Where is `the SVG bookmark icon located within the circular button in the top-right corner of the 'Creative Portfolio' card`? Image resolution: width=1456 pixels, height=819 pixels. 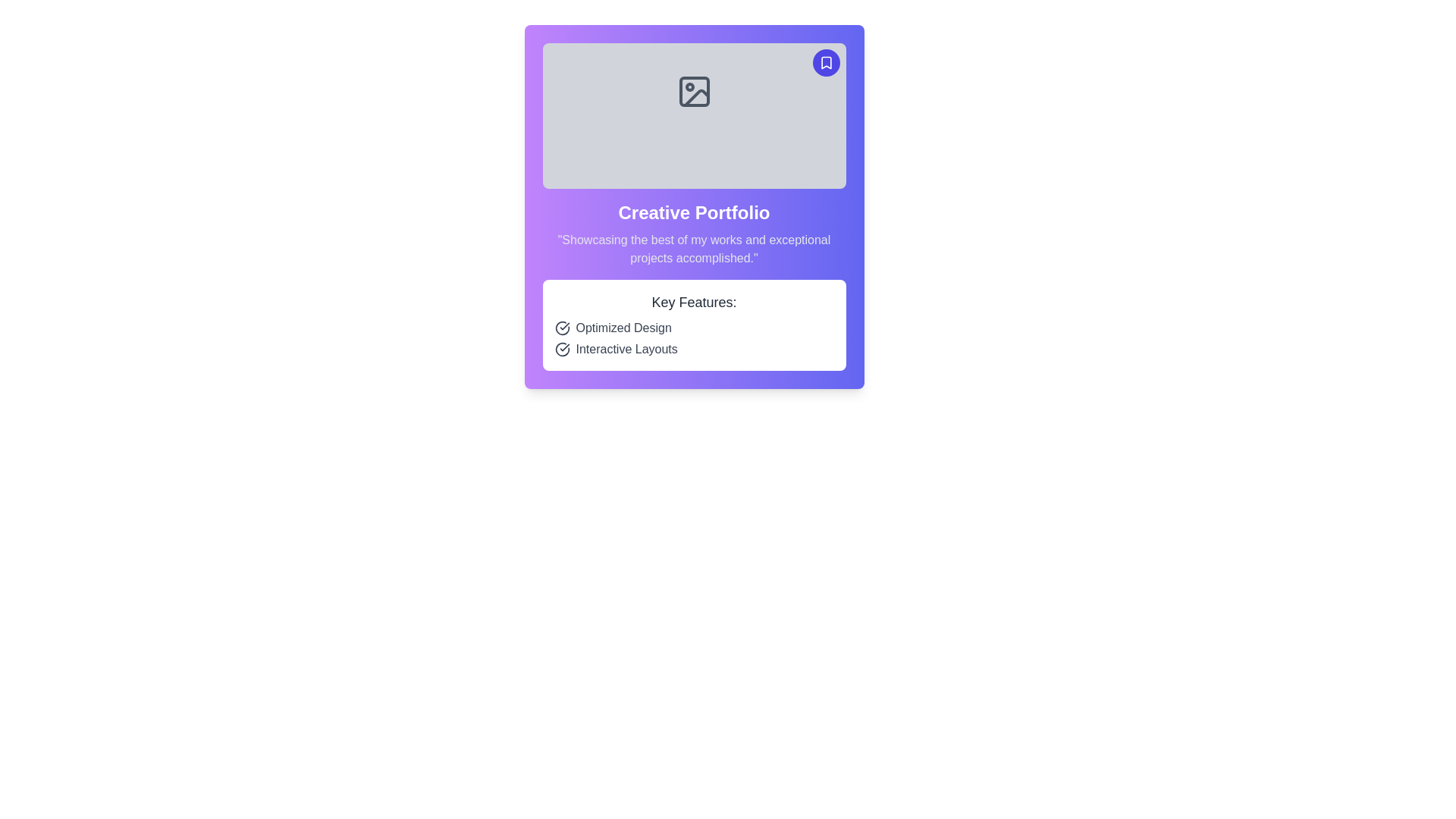 the SVG bookmark icon located within the circular button in the top-right corner of the 'Creative Portfolio' card is located at coordinates (825, 62).